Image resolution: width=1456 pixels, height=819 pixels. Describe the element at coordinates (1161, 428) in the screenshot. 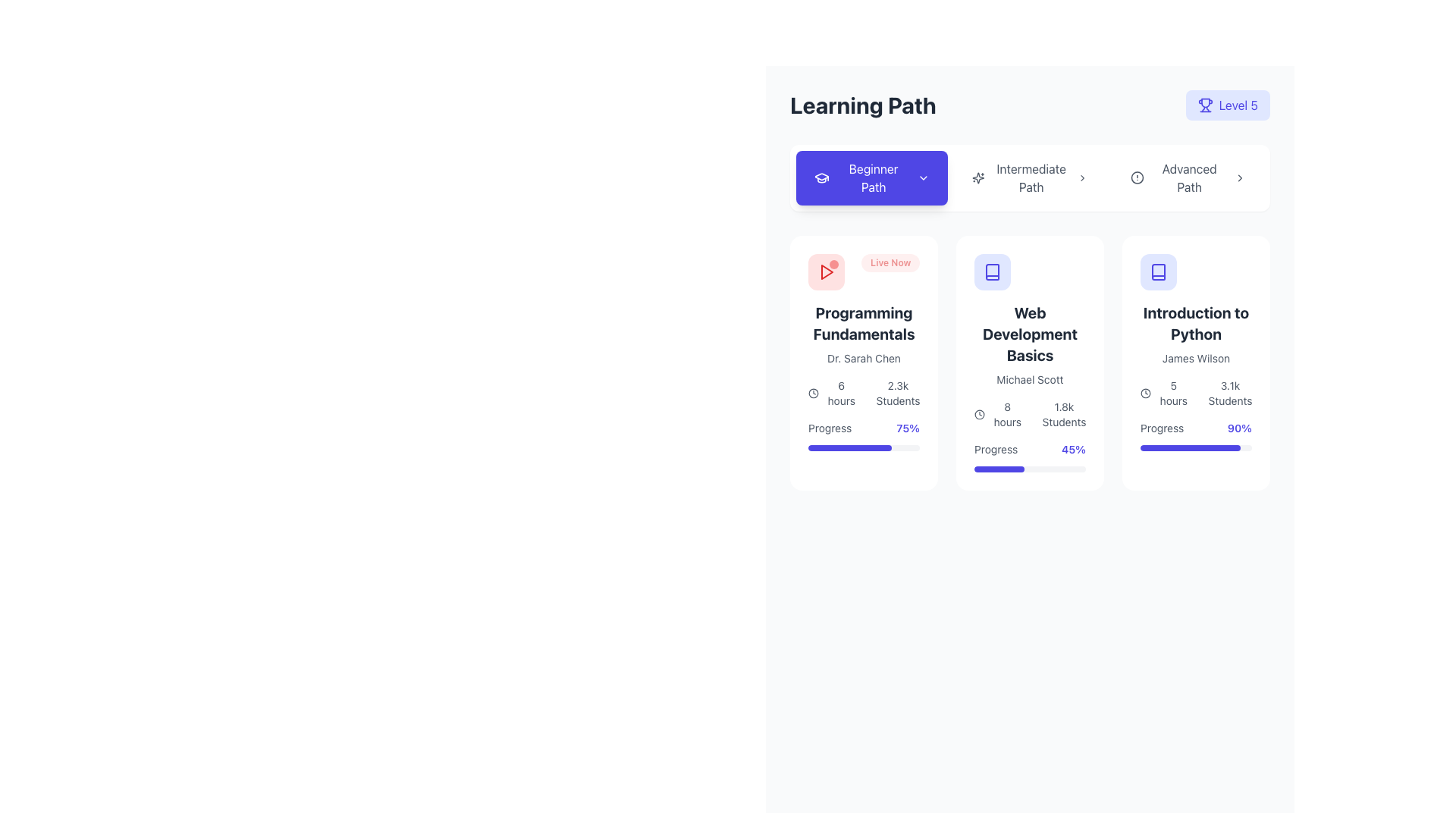

I see `the static label located at the bottom section of the 'Introduction to Python' card, positioned to the left of the '90%' text` at that location.